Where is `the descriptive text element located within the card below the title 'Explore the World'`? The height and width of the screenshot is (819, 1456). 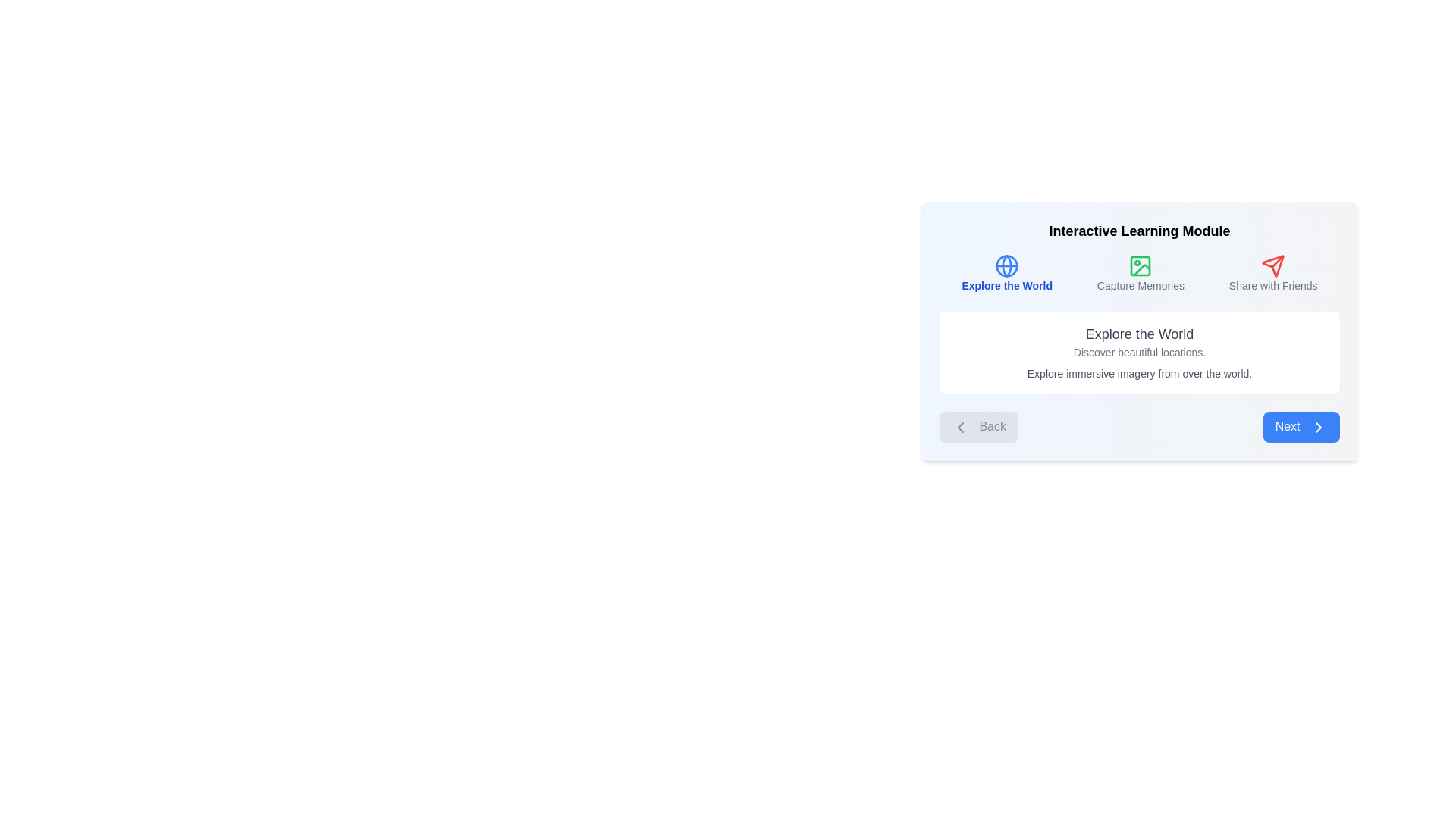 the descriptive text element located within the card below the title 'Explore the World' is located at coordinates (1139, 353).